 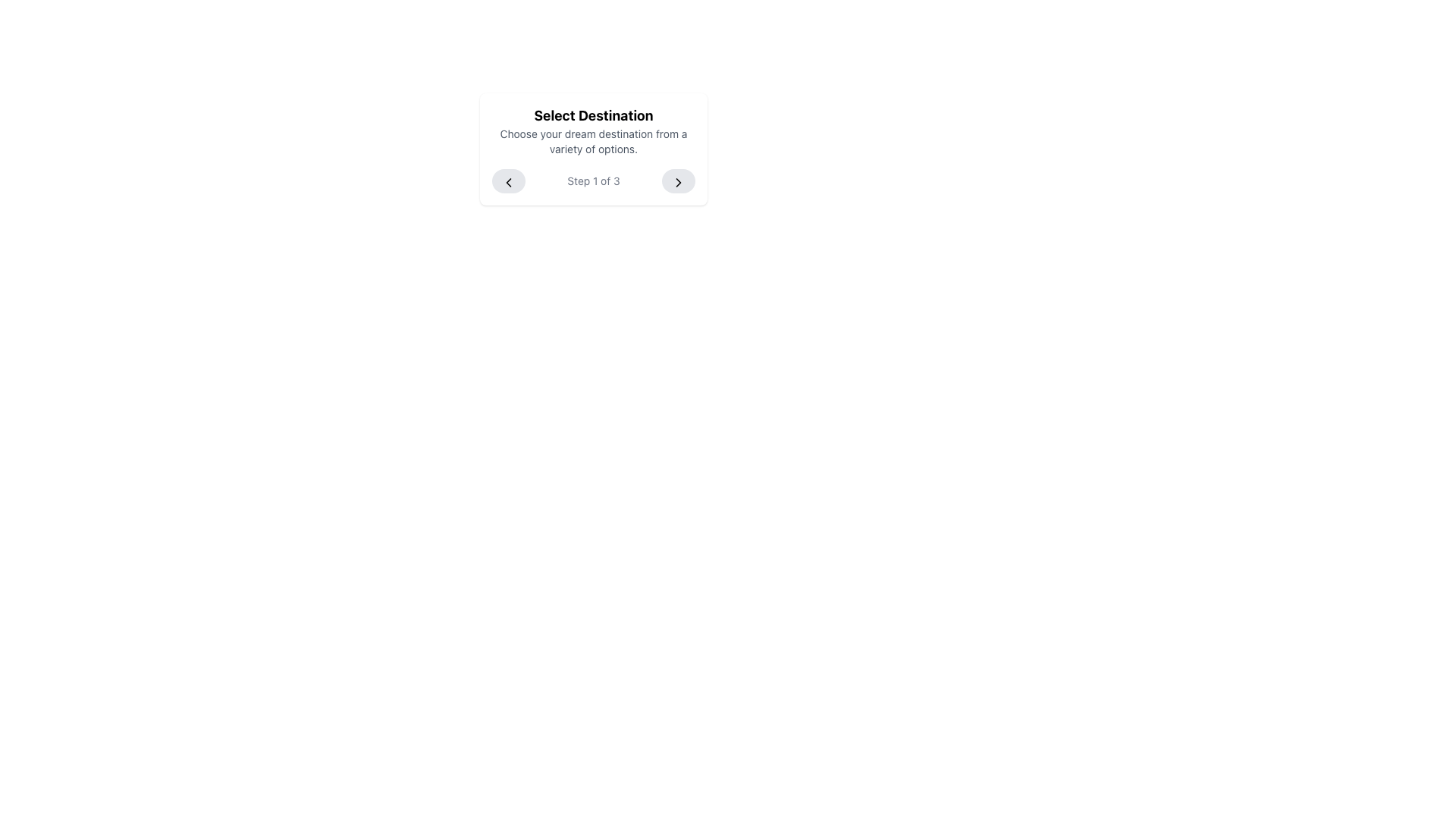 I want to click on the chevron icon located in the lower-right corner of the 'Select Destination' modal, so click(x=677, y=180).